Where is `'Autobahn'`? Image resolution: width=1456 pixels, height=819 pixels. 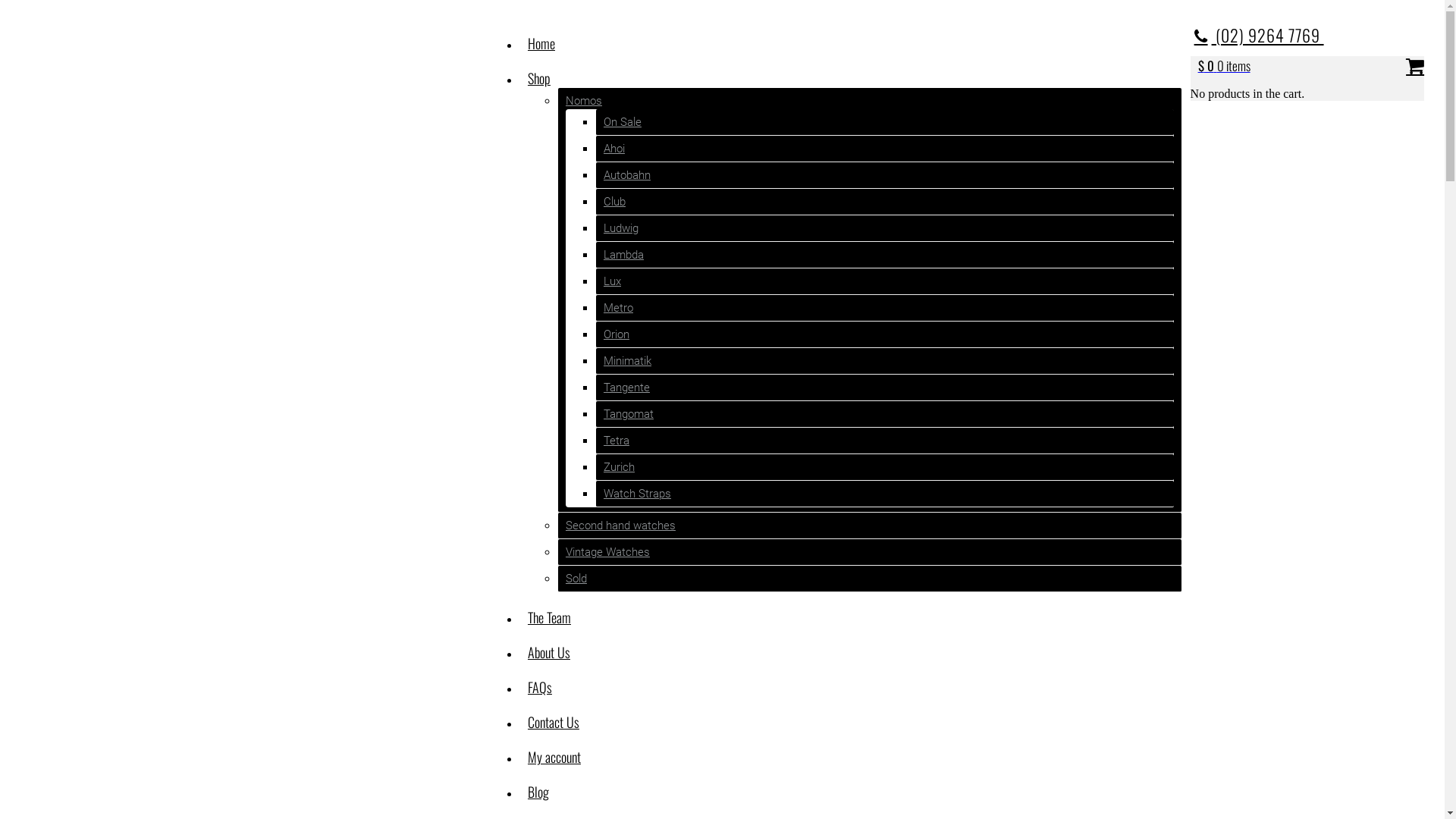
'Autobahn' is located at coordinates (626, 174).